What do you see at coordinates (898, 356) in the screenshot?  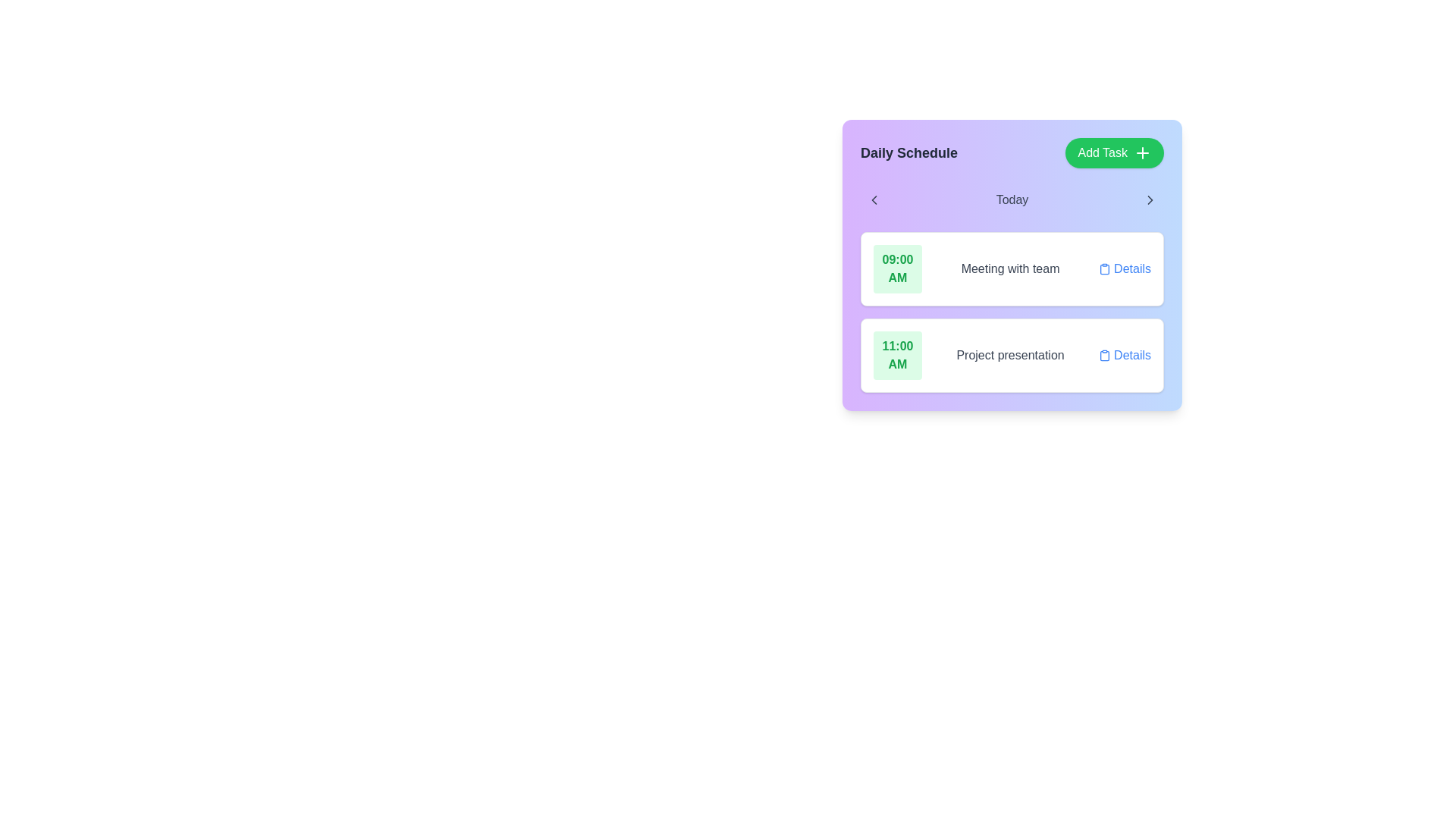 I see `the text label displaying '11:00 AM' with a green background and white border, located at the top-left corner of the 'Project presentation' card` at bounding box center [898, 356].